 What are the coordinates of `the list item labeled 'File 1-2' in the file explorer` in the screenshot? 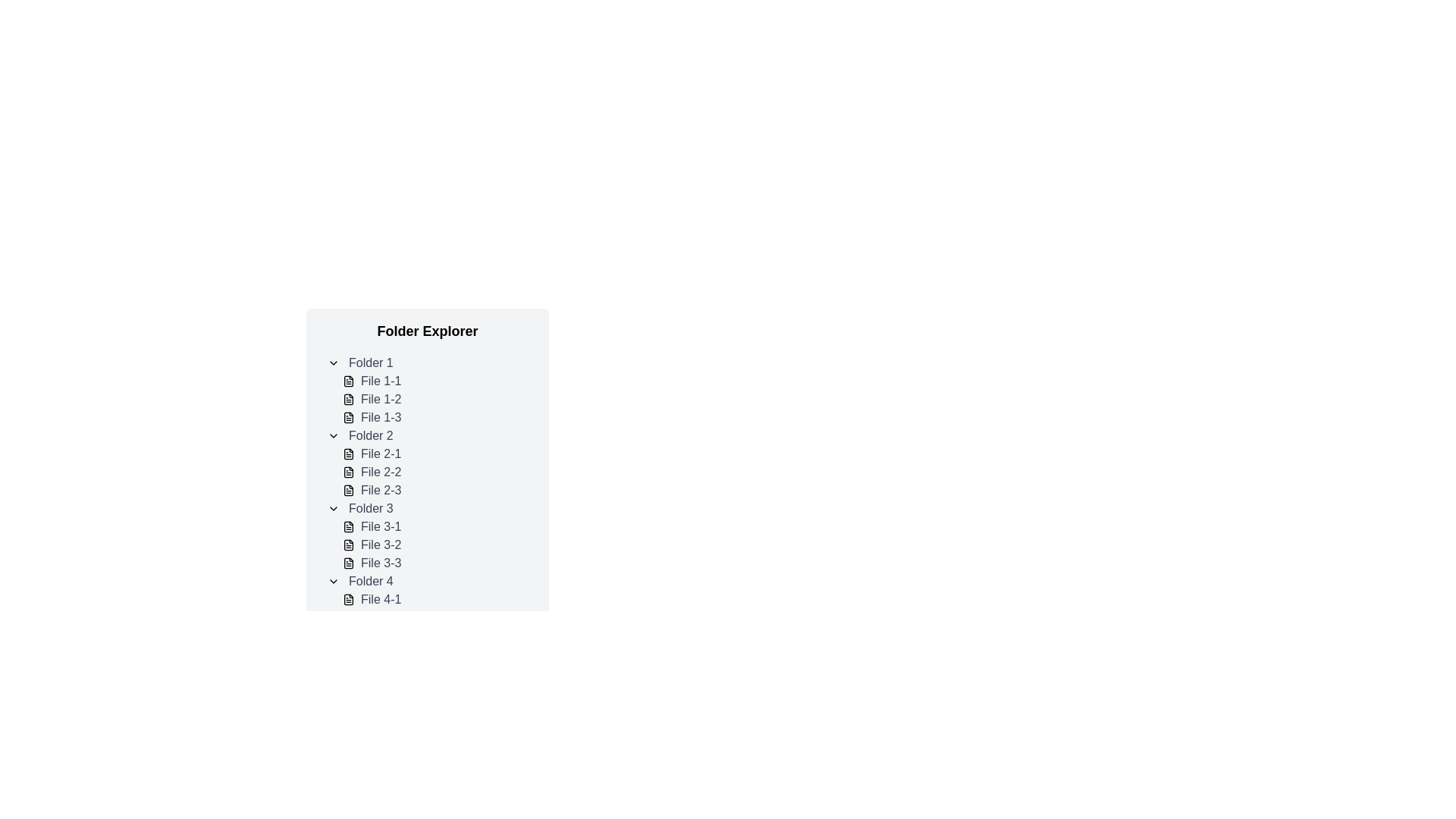 It's located at (439, 399).